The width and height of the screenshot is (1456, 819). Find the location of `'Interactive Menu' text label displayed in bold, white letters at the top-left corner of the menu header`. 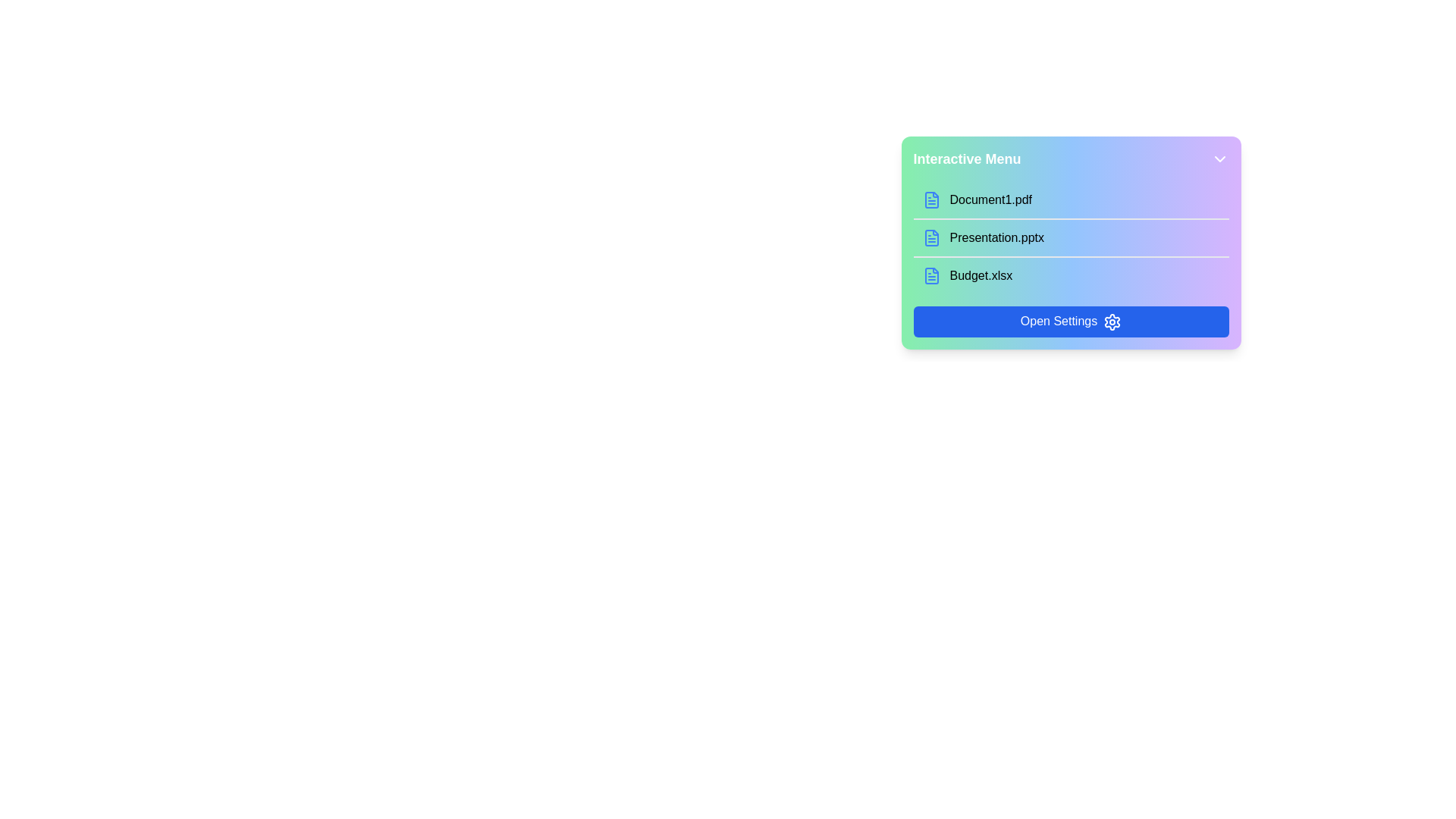

'Interactive Menu' text label displayed in bold, white letters at the top-left corner of the menu header is located at coordinates (966, 158).